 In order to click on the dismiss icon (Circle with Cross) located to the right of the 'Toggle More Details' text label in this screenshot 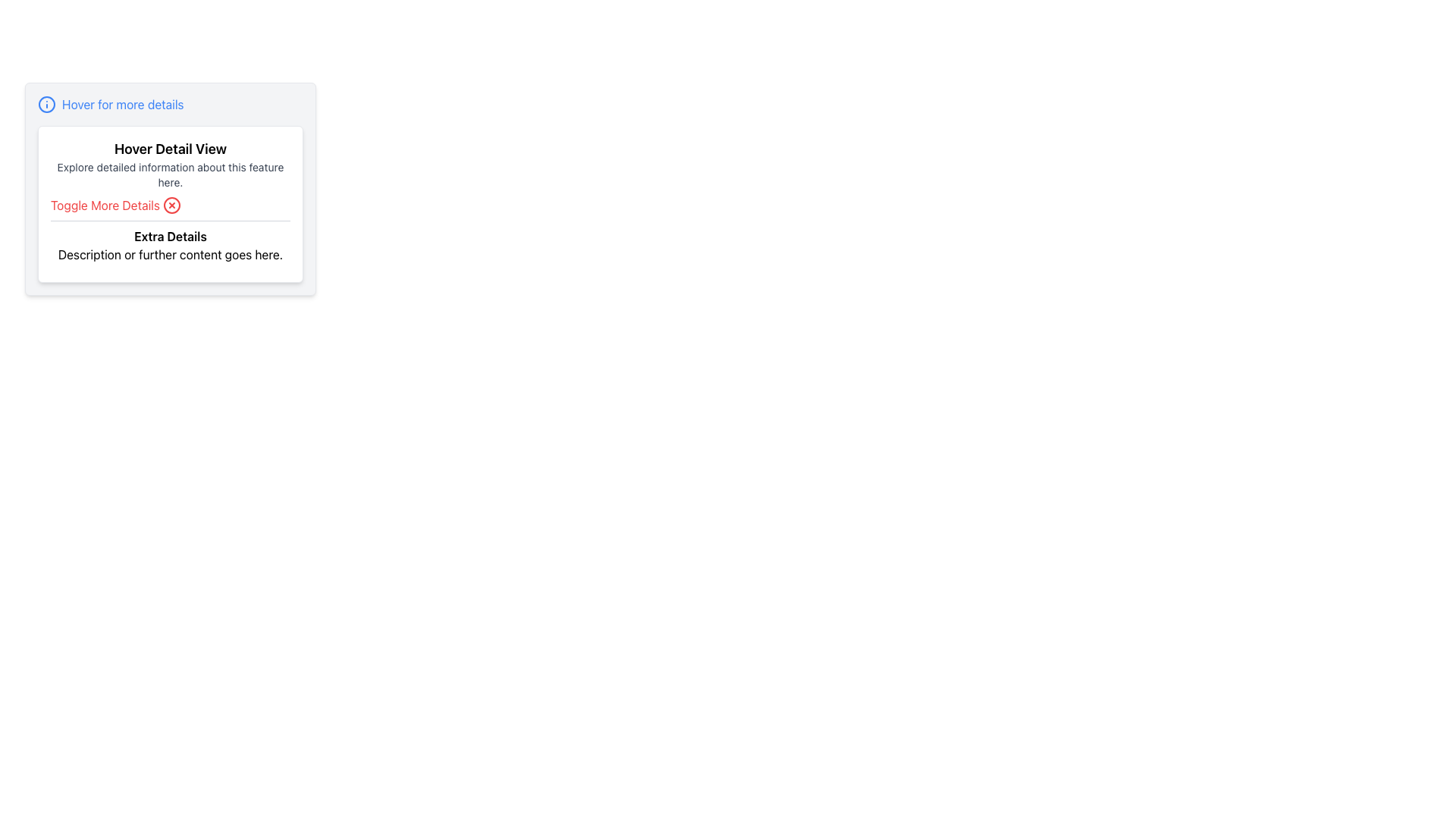, I will do `click(171, 205)`.